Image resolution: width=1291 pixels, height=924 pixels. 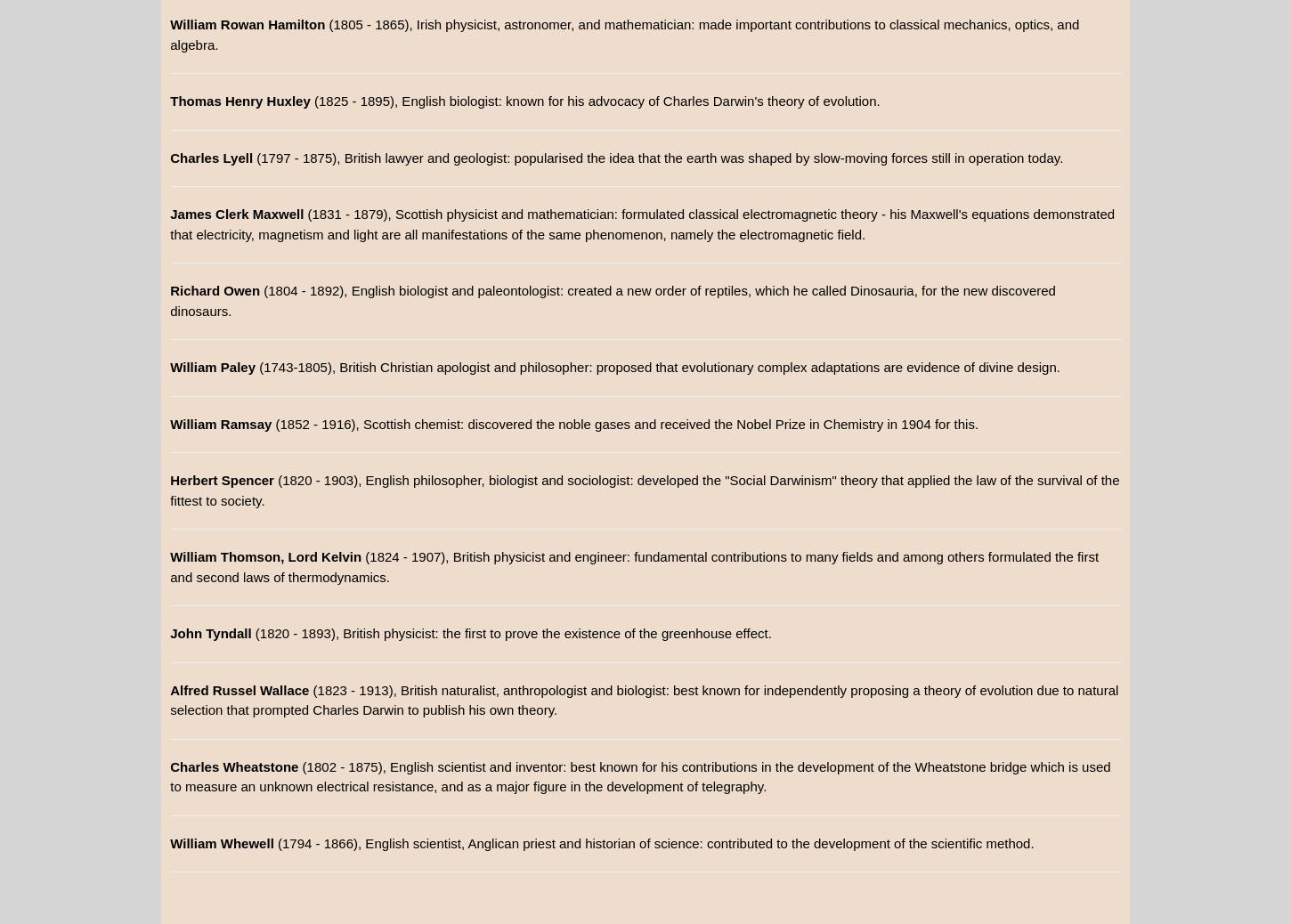 I want to click on 'Richard Owen', so click(x=168, y=290).